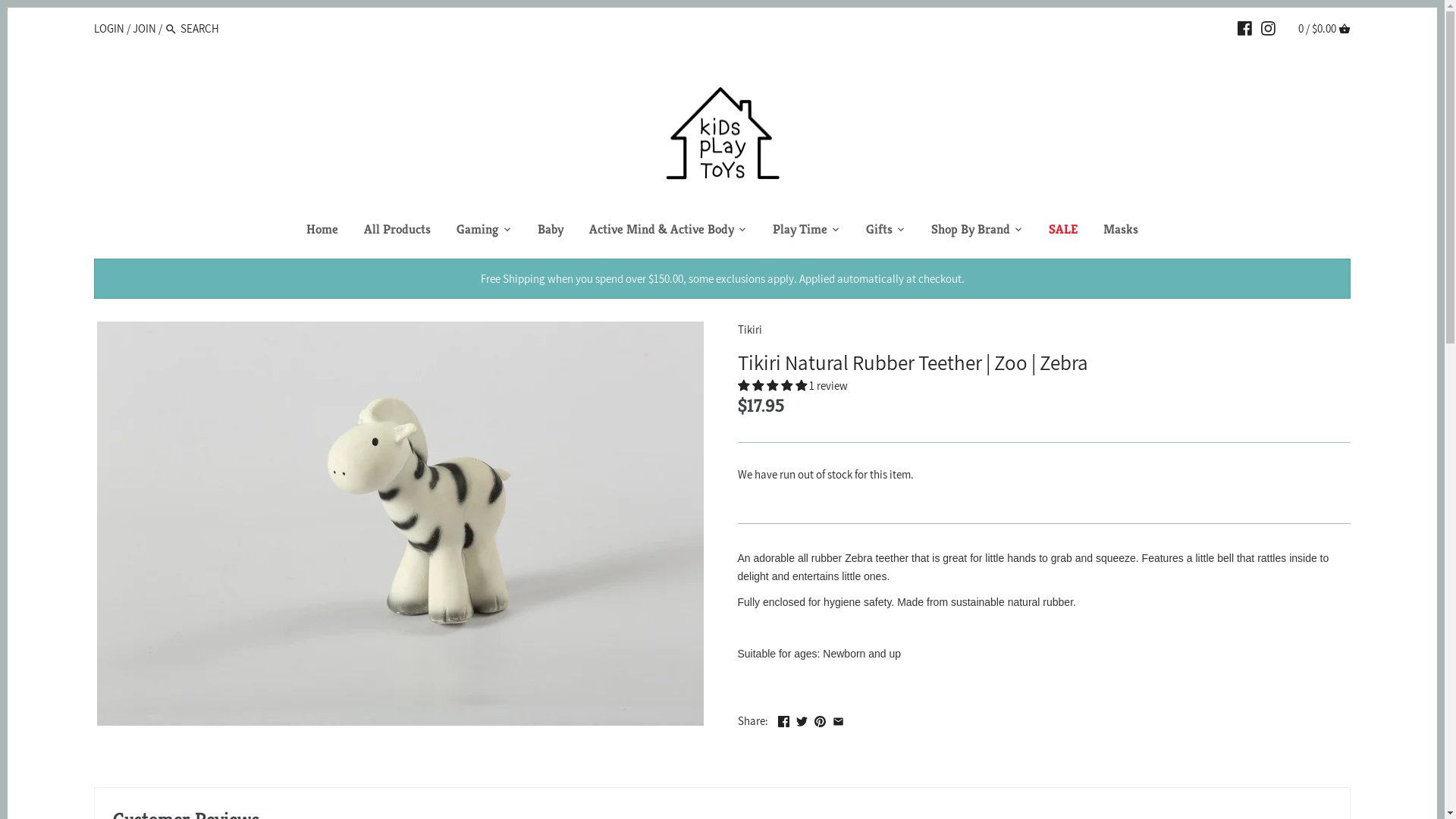 This screenshot has width=1456, height=819. What do you see at coordinates (971, 231) in the screenshot?
I see `'Shop By Brand'` at bounding box center [971, 231].